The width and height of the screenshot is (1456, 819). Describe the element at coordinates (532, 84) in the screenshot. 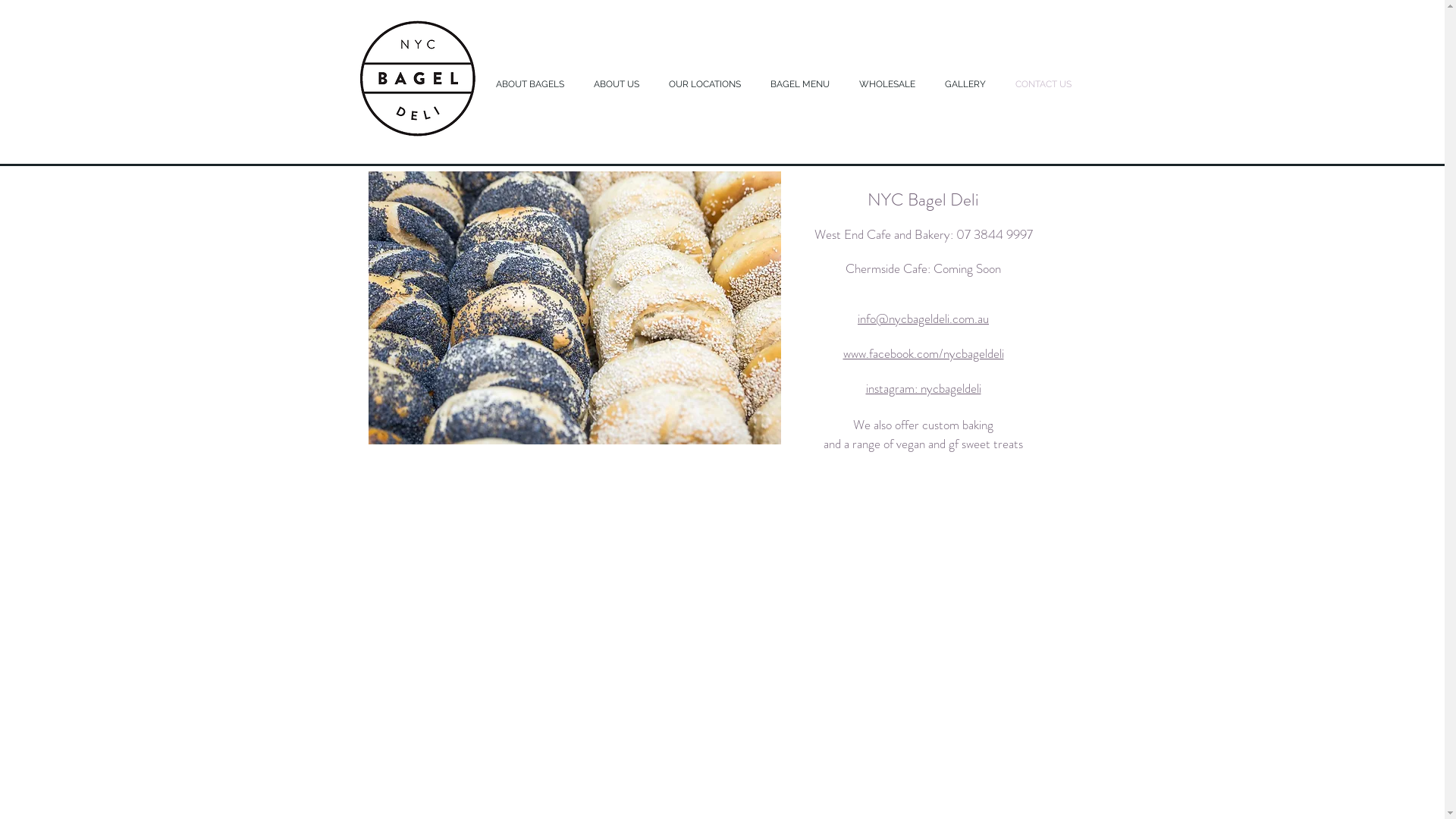

I see `'ABOUT BAGELS'` at that location.